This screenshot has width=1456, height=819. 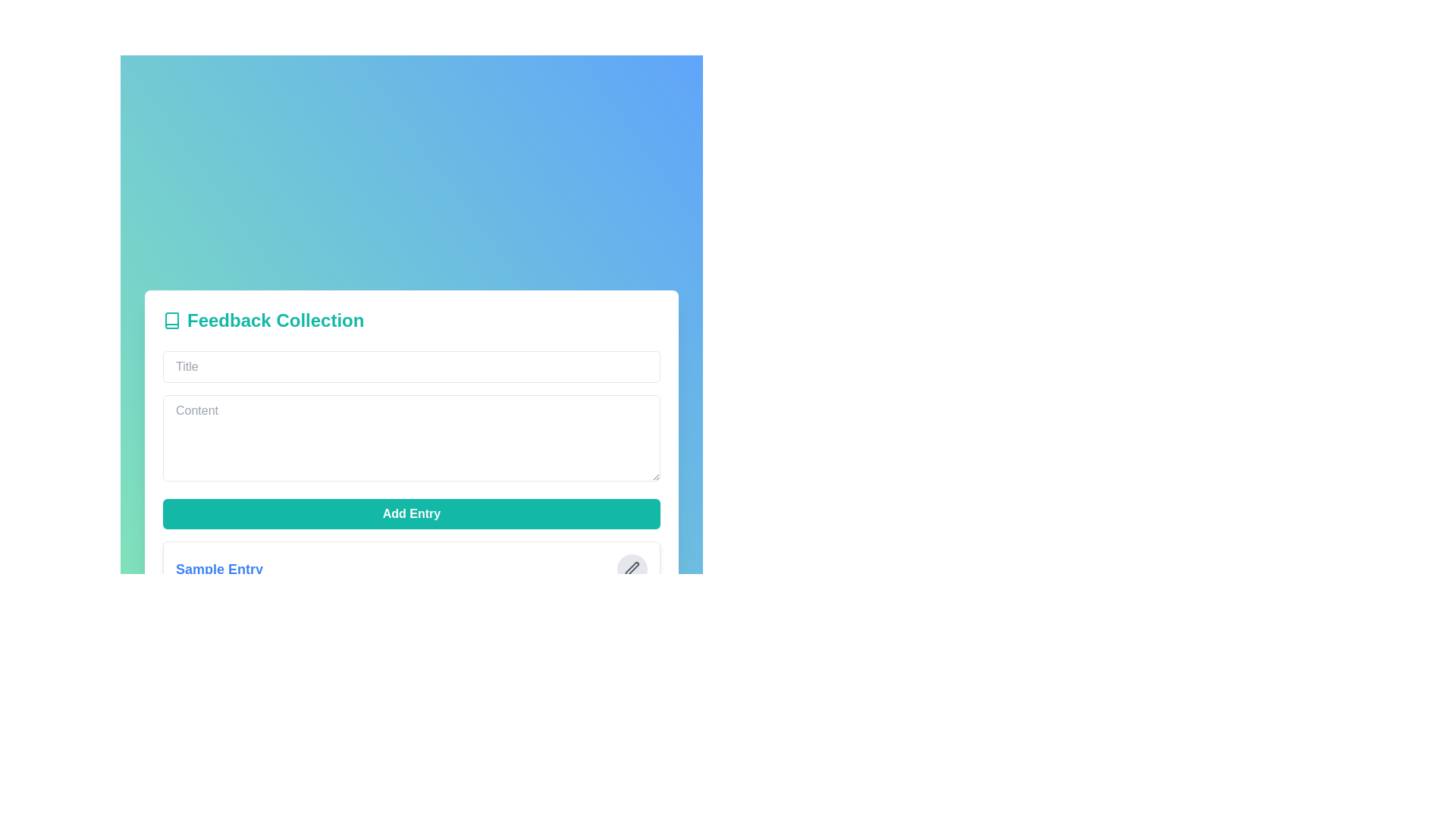 I want to click on the icon button located to the right of the 'Sample Entry' label, so click(x=632, y=568).